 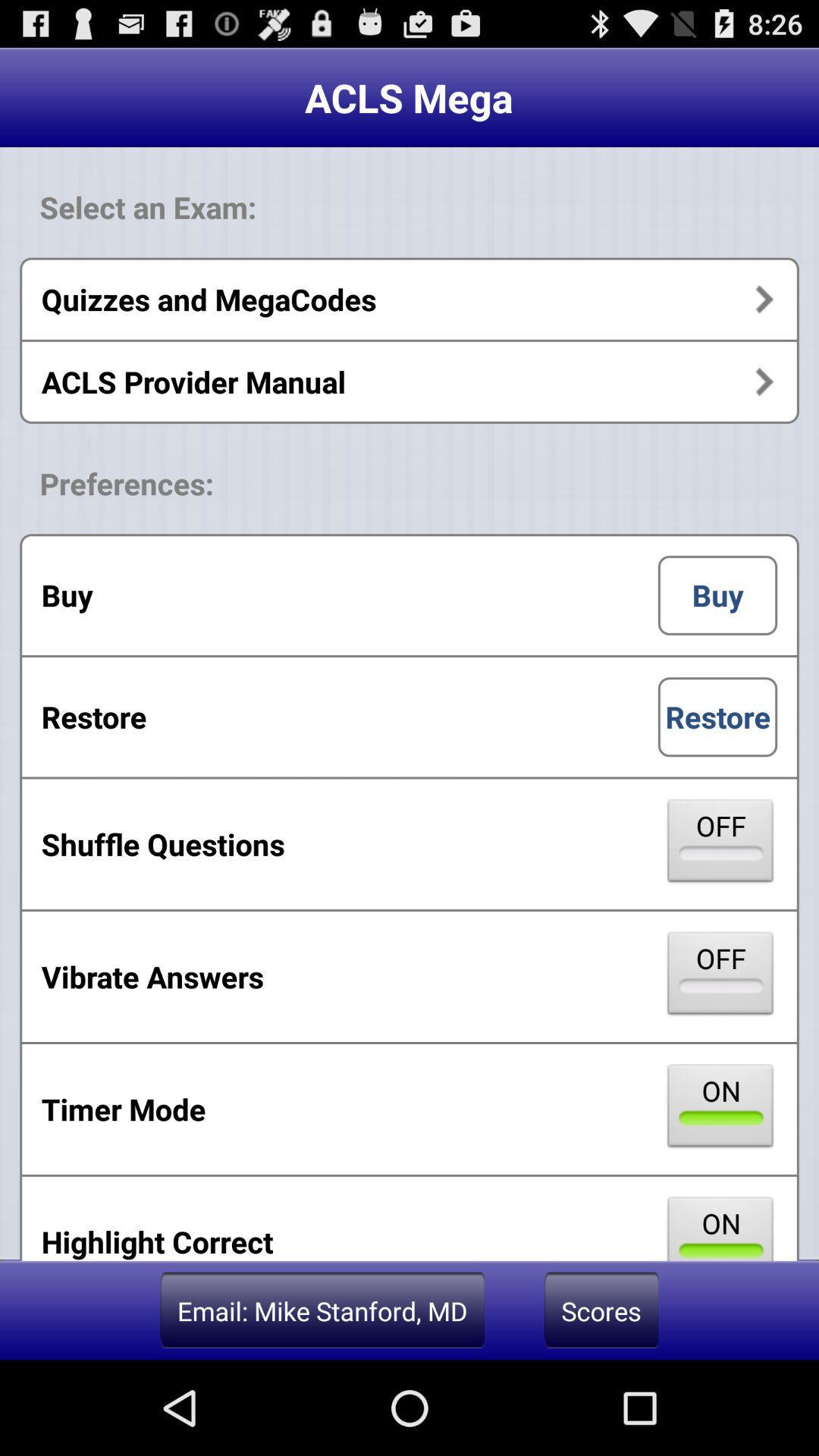 What do you see at coordinates (601, 1310) in the screenshot?
I see `the scores` at bounding box center [601, 1310].